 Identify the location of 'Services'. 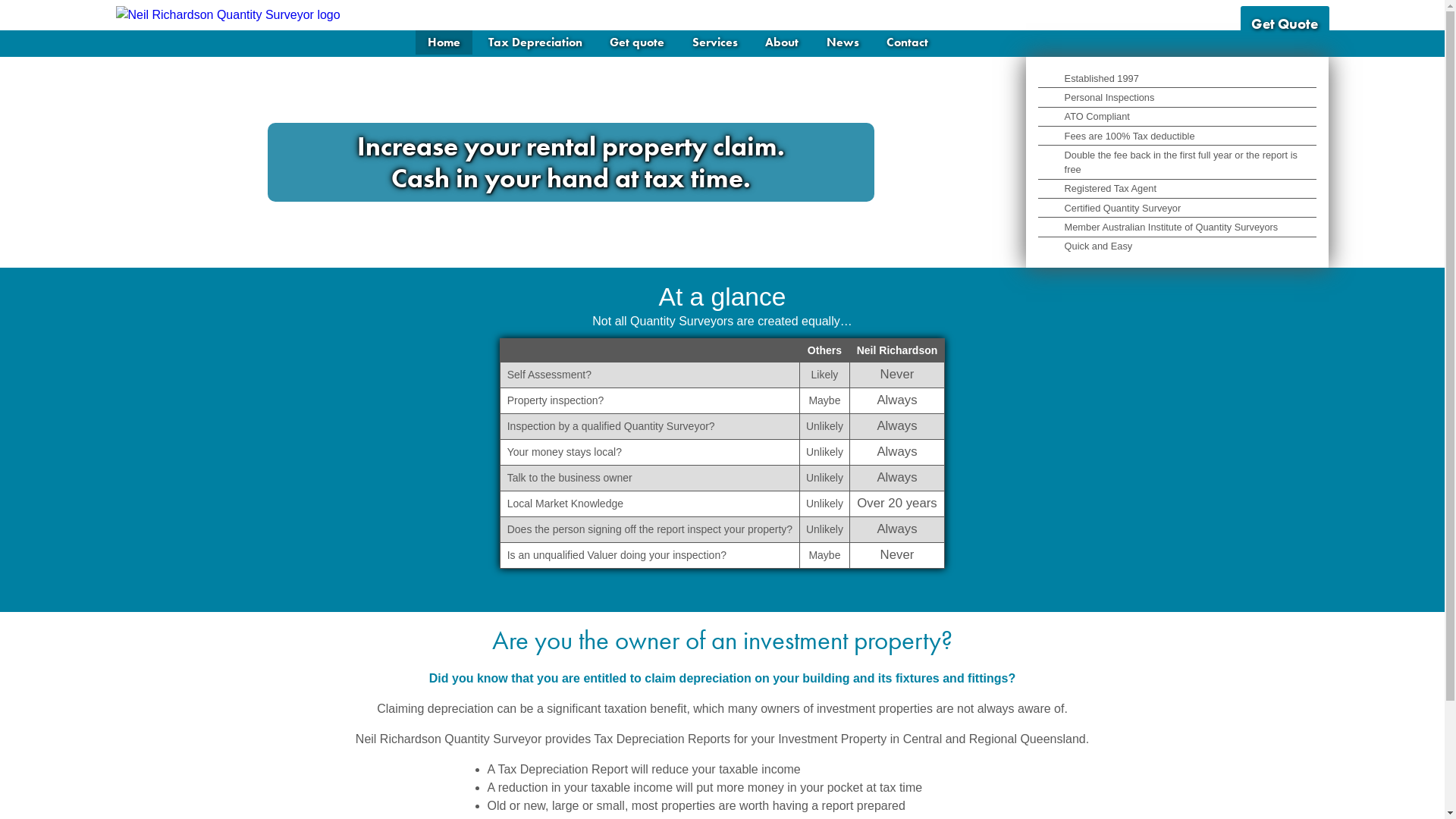
(679, 42).